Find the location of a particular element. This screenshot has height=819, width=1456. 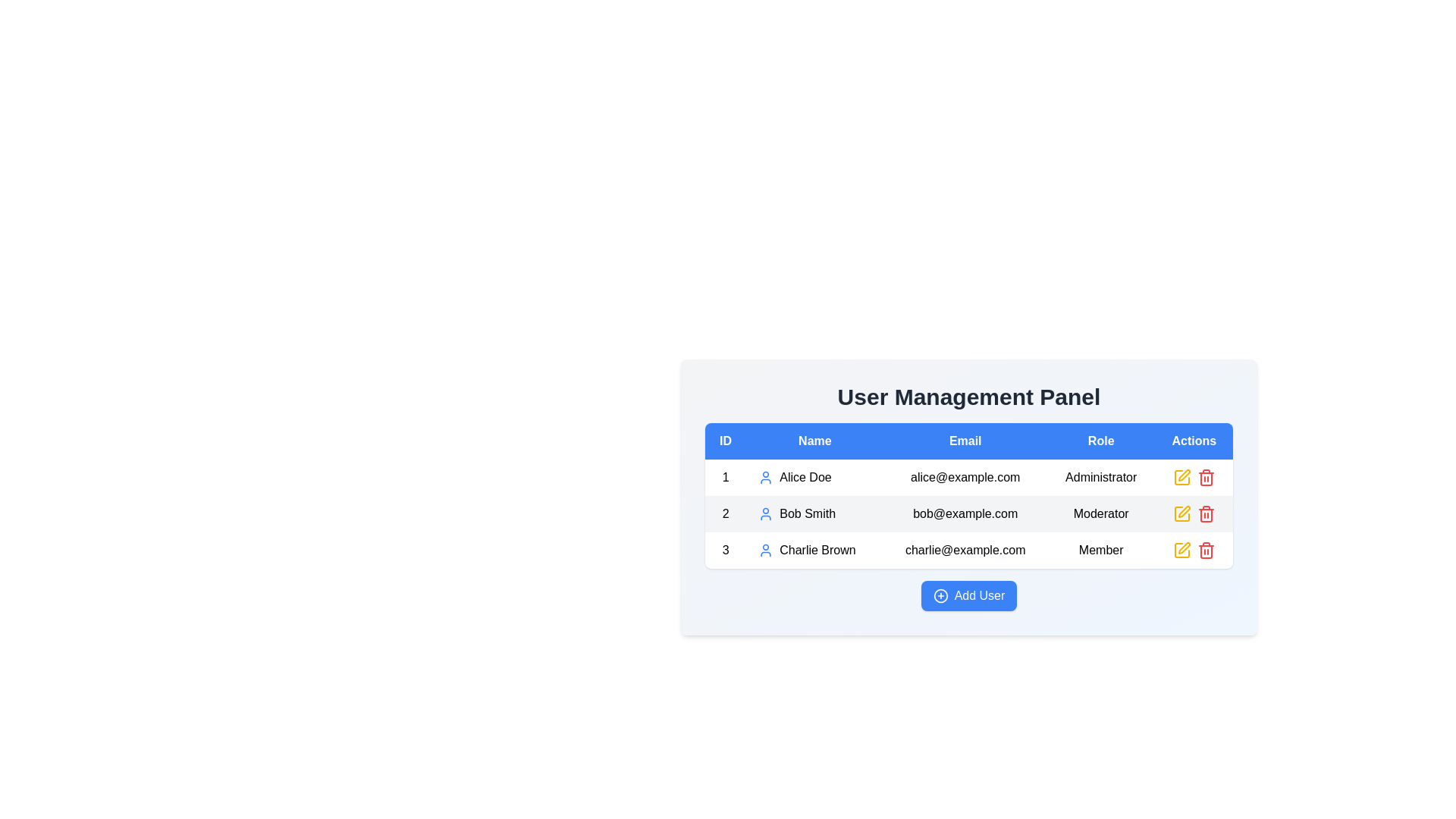

the red trash bin icon button located in the Actions column of the third row corresponding to user Charlie Brown is located at coordinates (1205, 476).